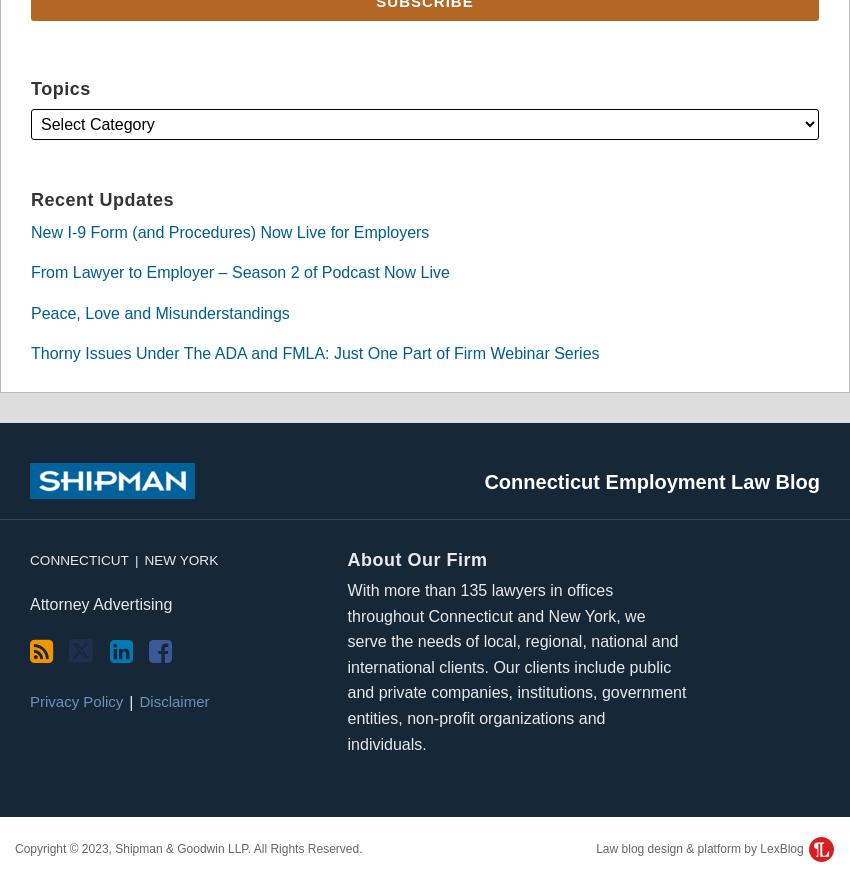 This screenshot has height=880, width=850. I want to click on 'Copyright © 2023, Shipman & Goodwin LLP. All Rights Reserved.', so click(13, 849).